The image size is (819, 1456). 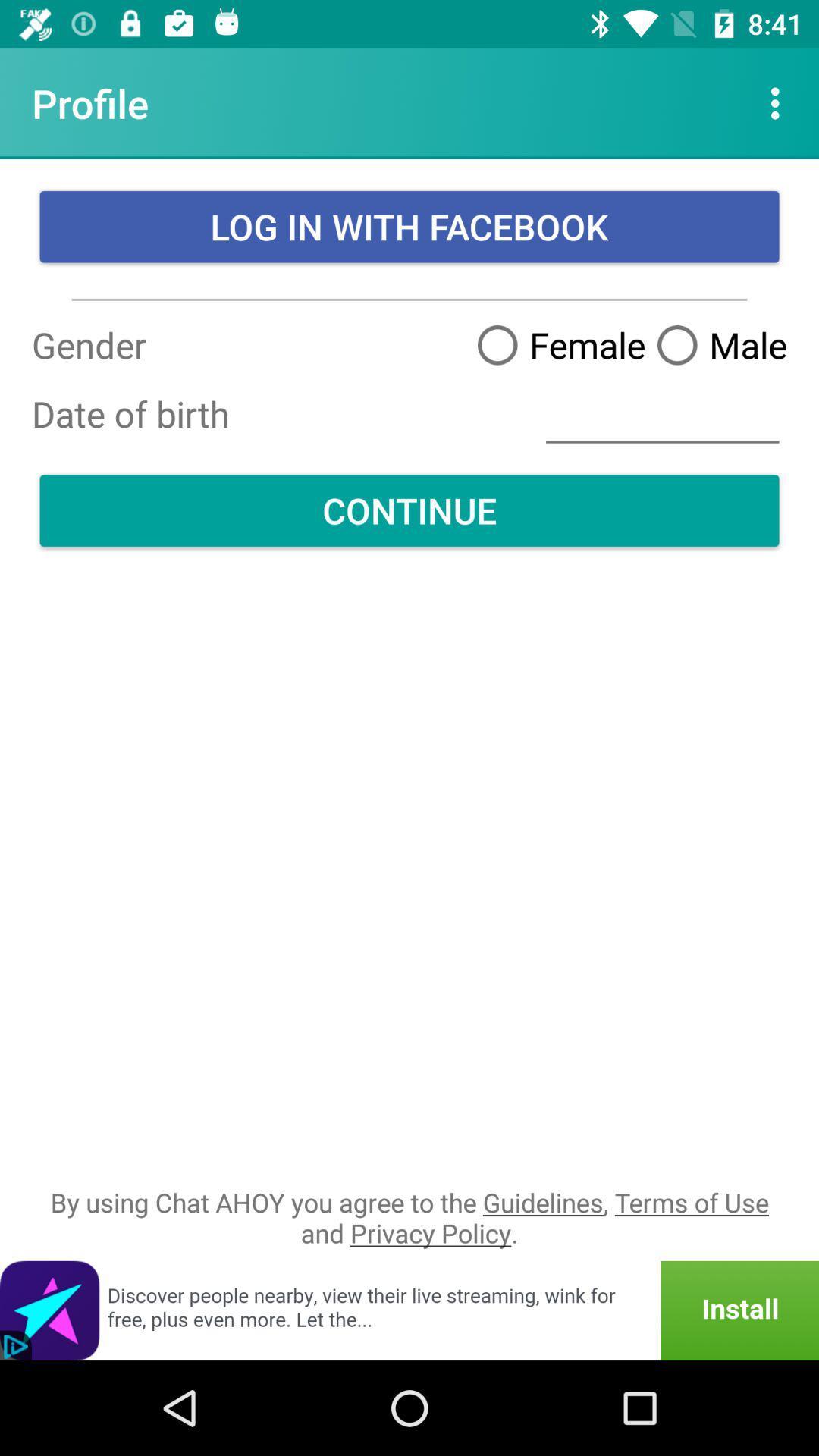 What do you see at coordinates (661, 414) in the screenshot?
I see `item to the right of gender` at bounding box center [661, 414].